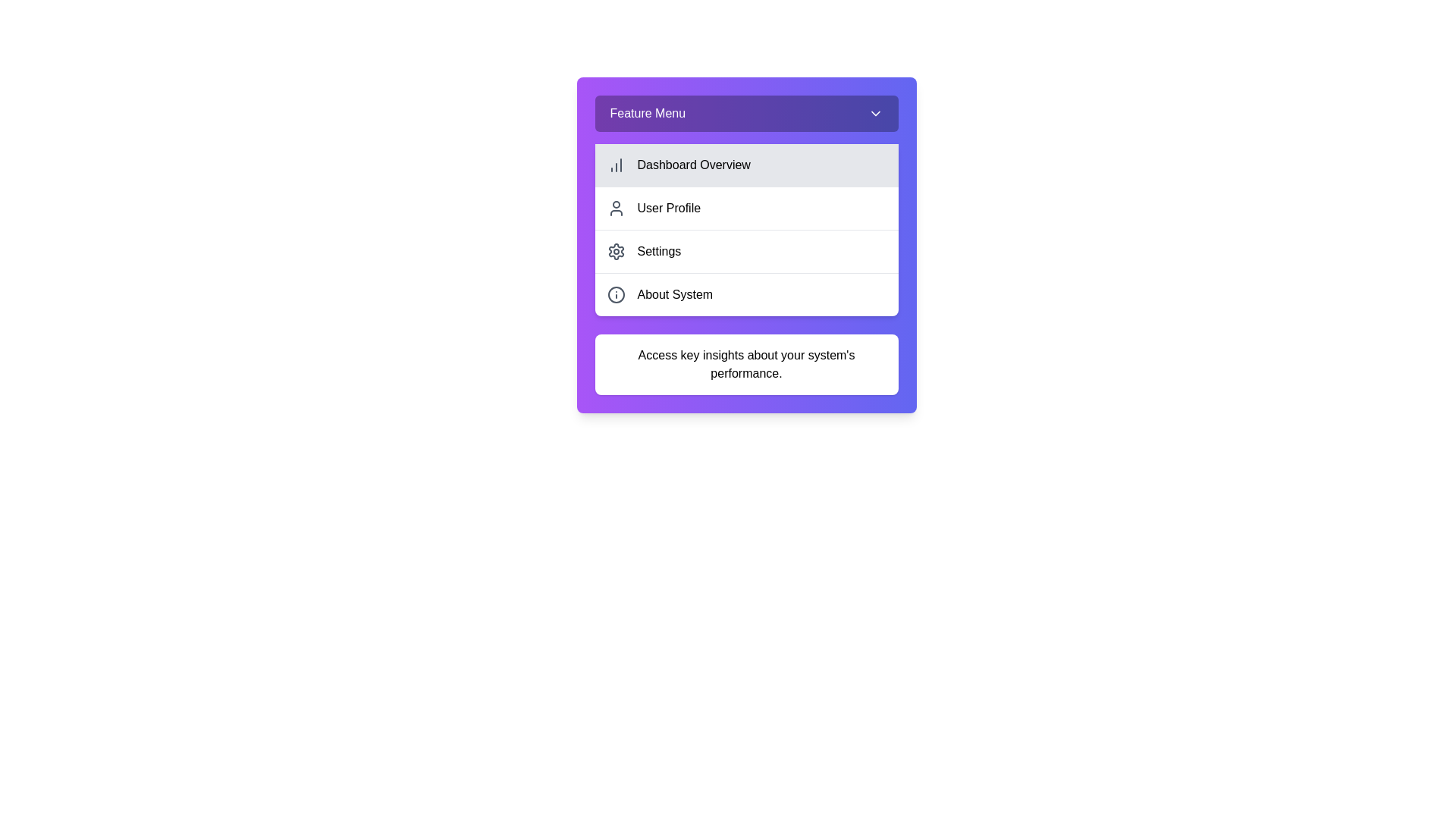 The width and height of the screenshot is (1456, 819). Describe the element at coordinates (746, 244) in the screenshot. I see `the third row menu item located between 'User Profile' and 'About System'` at that location.